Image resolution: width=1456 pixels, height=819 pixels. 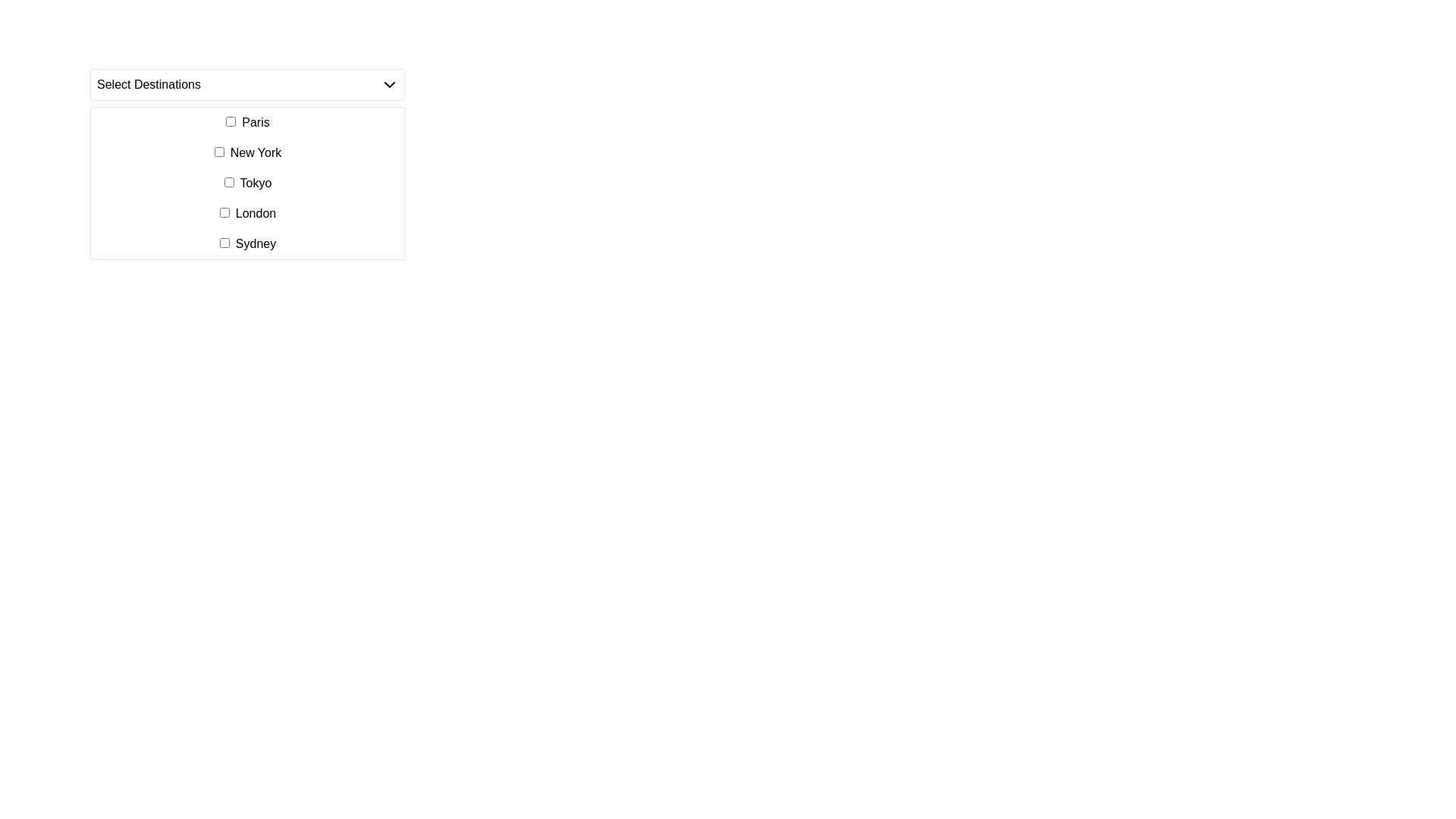 What do you see at coordinates (224, 242) in the screenshot?
I see `the checkbox for 'Sydney', which is located to the left of the label text in the dropdown menu under 'Select Destinations'` at bounding box center [224, 242].